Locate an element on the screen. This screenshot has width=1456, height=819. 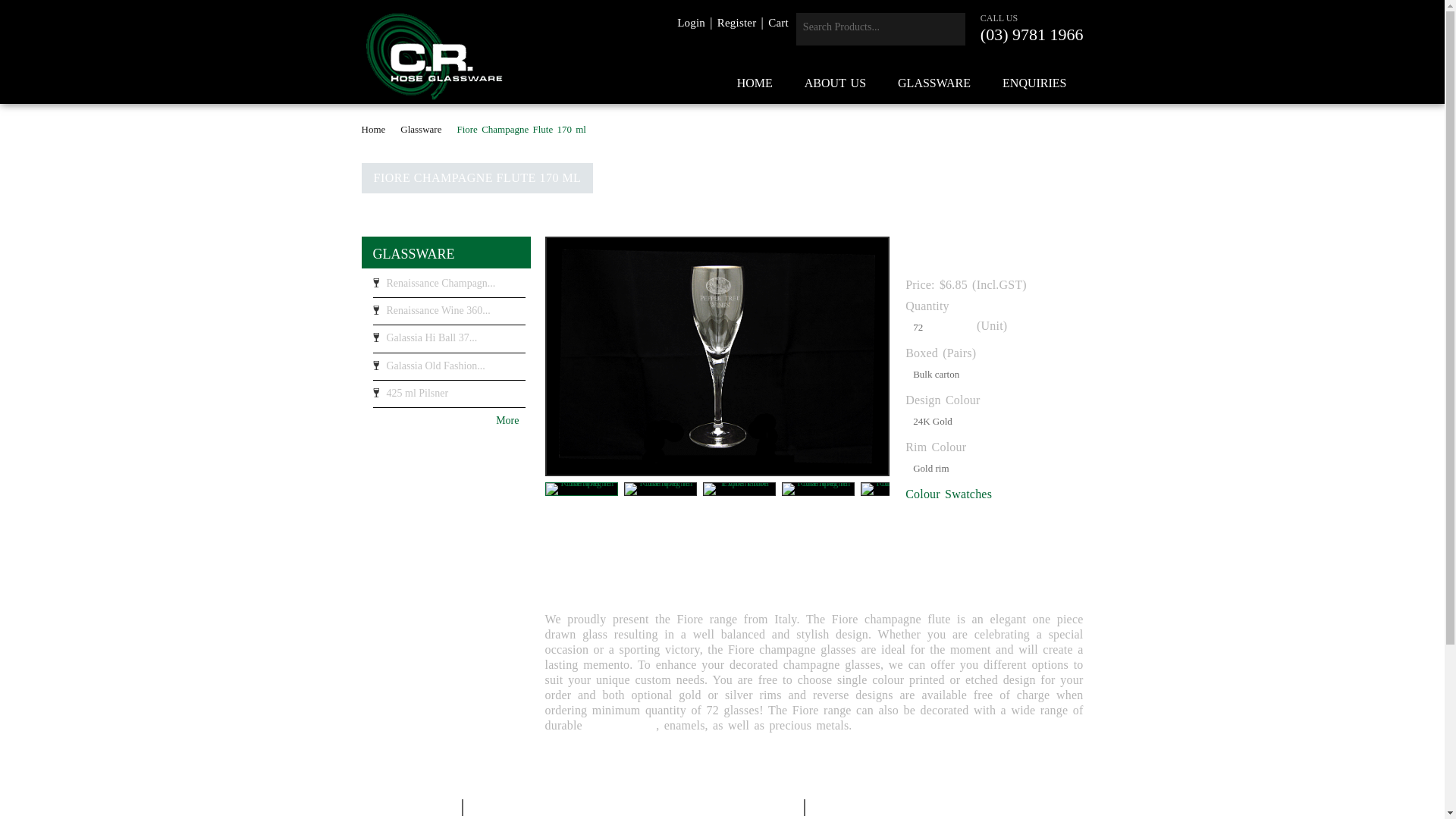
'Renaissance Champagn...' is located at coordinates (372, 287).